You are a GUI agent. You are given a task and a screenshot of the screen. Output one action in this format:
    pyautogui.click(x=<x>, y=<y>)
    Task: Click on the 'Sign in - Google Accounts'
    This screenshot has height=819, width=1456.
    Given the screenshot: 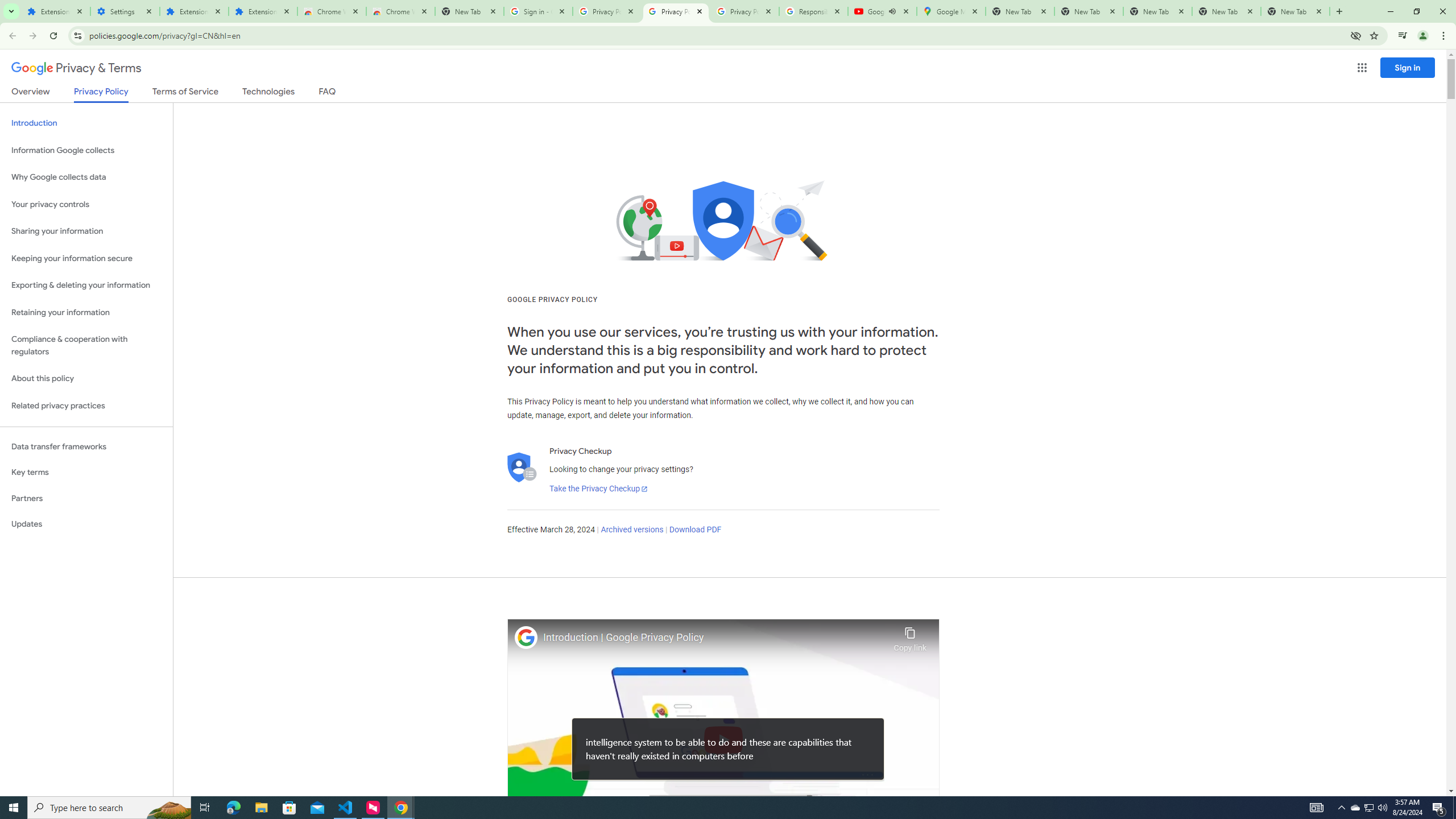 What is the action you would take?
    pyautogui.click(x=538, y=11)
    